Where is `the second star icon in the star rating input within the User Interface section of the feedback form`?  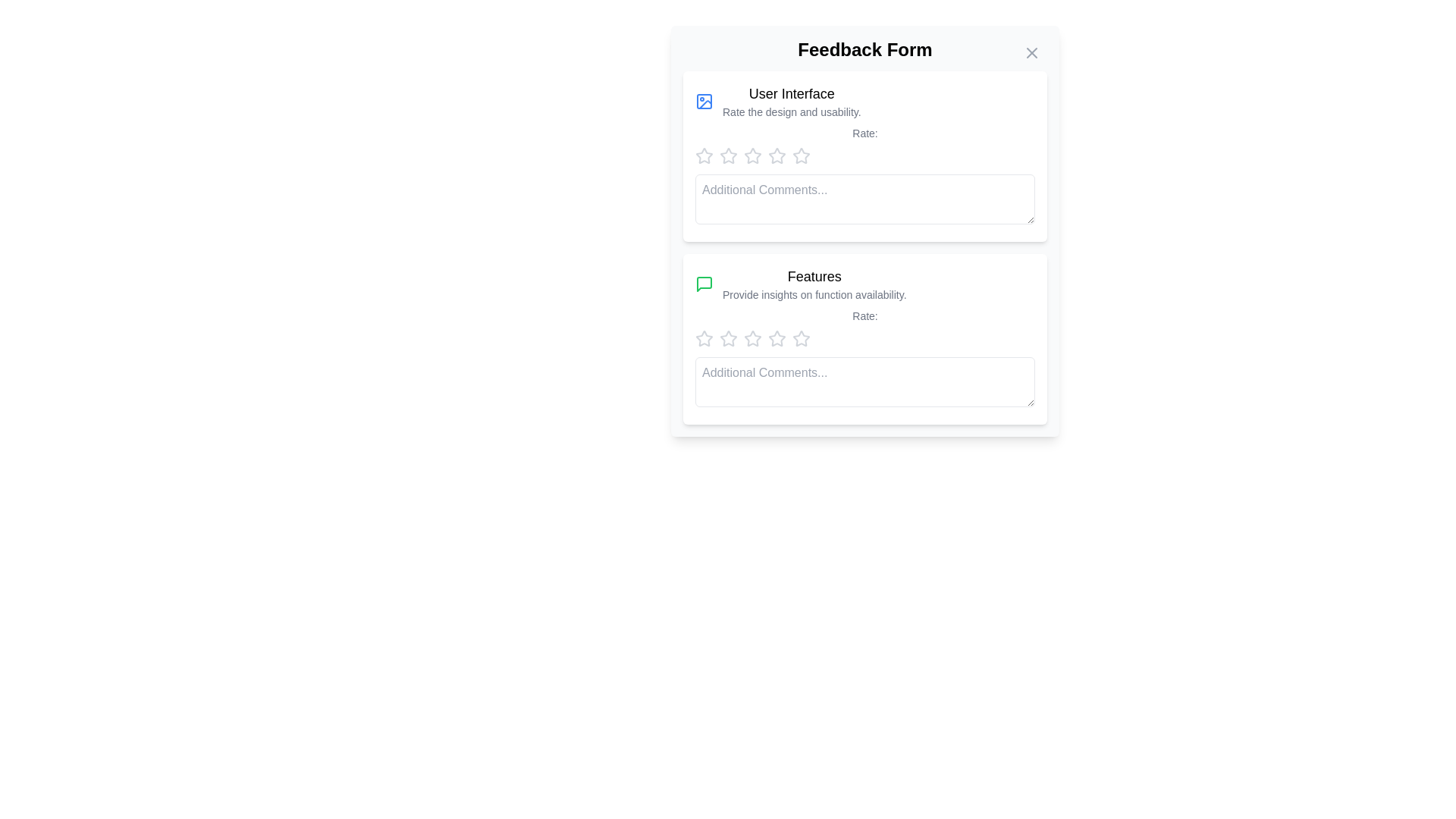 the second star icon in the star rating input within the User Interface section of the feedback form is located at coordinates (728, 155).